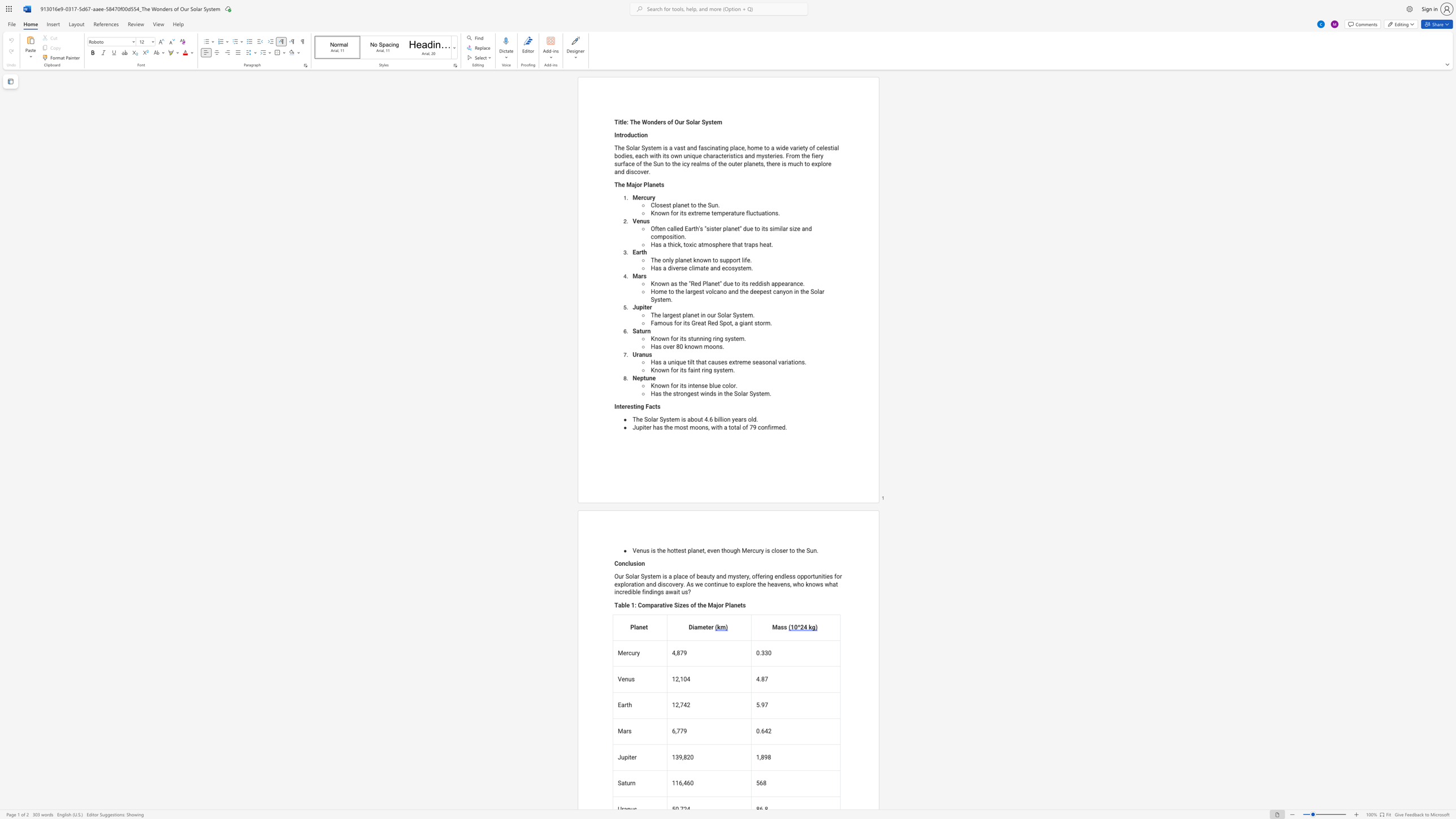 The image size is (1456, 819). Describe the element at coordinates (660, 605) in the screenshot. I see `the 3th character "a" in the text` at that location.